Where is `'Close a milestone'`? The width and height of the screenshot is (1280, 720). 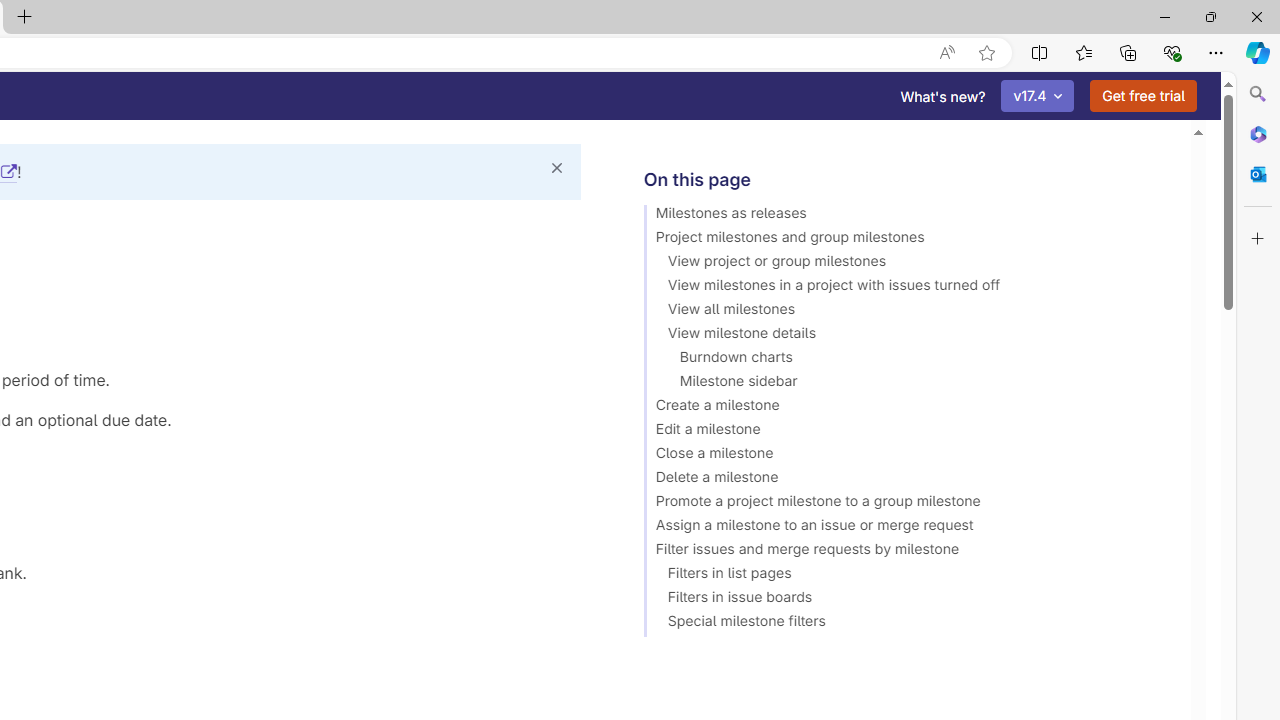 'Close a milestone' is located at coordinates (907, 456).